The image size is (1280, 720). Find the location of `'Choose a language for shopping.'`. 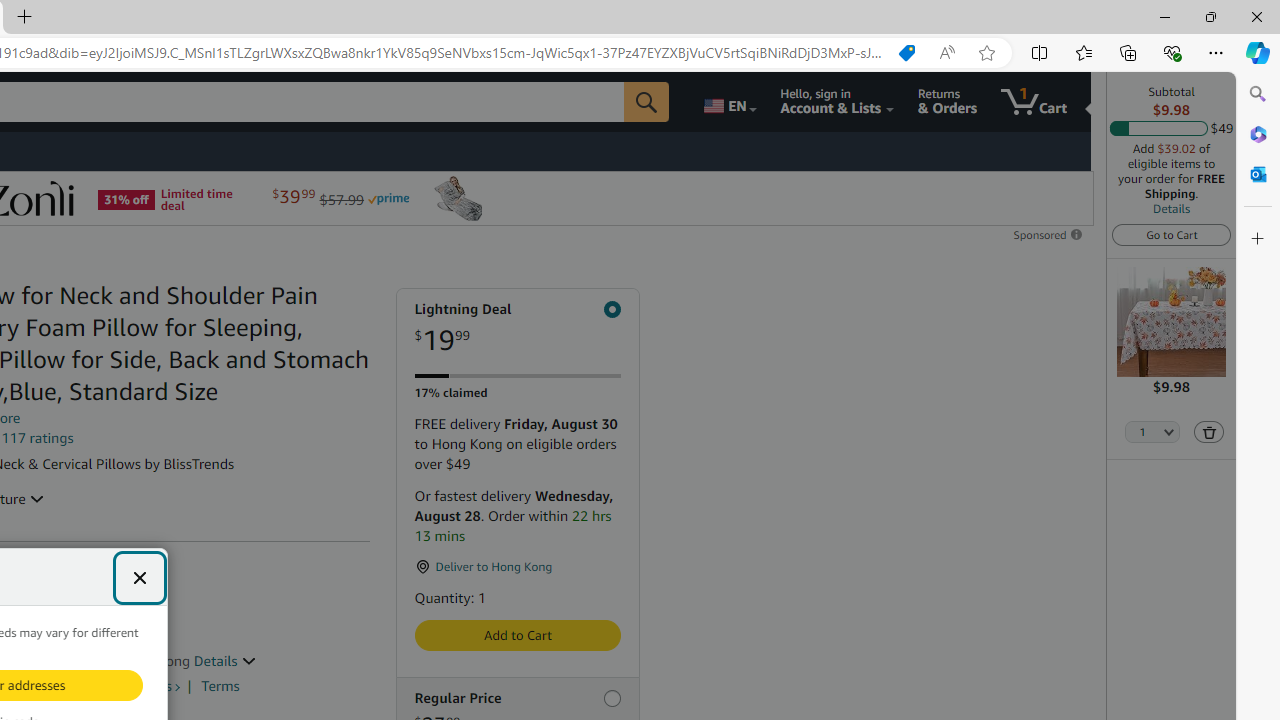

'Choose a language for shopping.' is located at coordinates (727, 101).